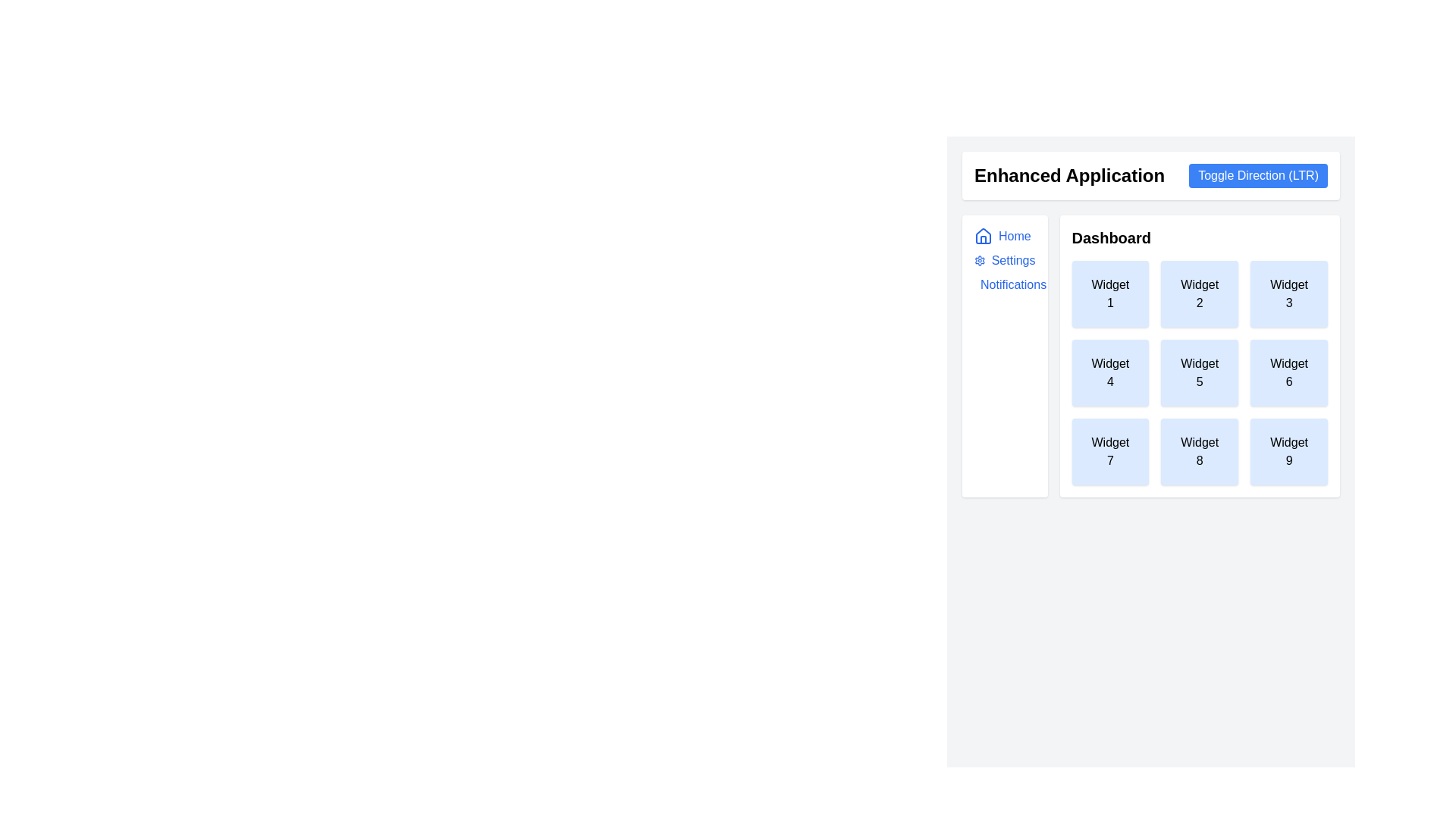 This screenshot has height=819, width=1456. Describe the element at coordinates (983, 236) in the screenshot. I see `the 'Home' icon located in the sidebar, which indicates the importance of the 'Home' section` at that location.